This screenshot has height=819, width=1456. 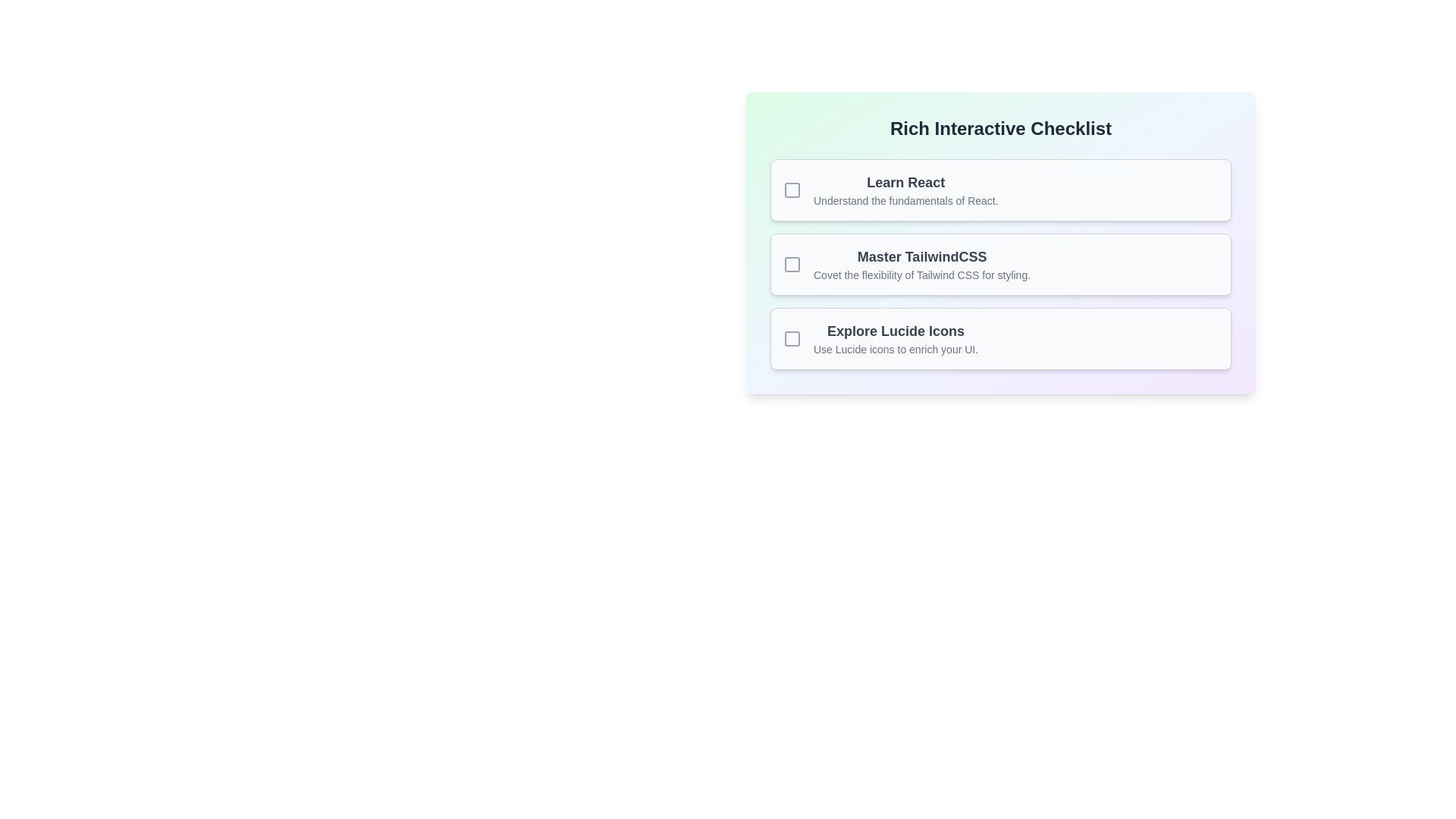 I want to click on the checkbox for 'Master TailwindCSS', so click(x=792, y=263).